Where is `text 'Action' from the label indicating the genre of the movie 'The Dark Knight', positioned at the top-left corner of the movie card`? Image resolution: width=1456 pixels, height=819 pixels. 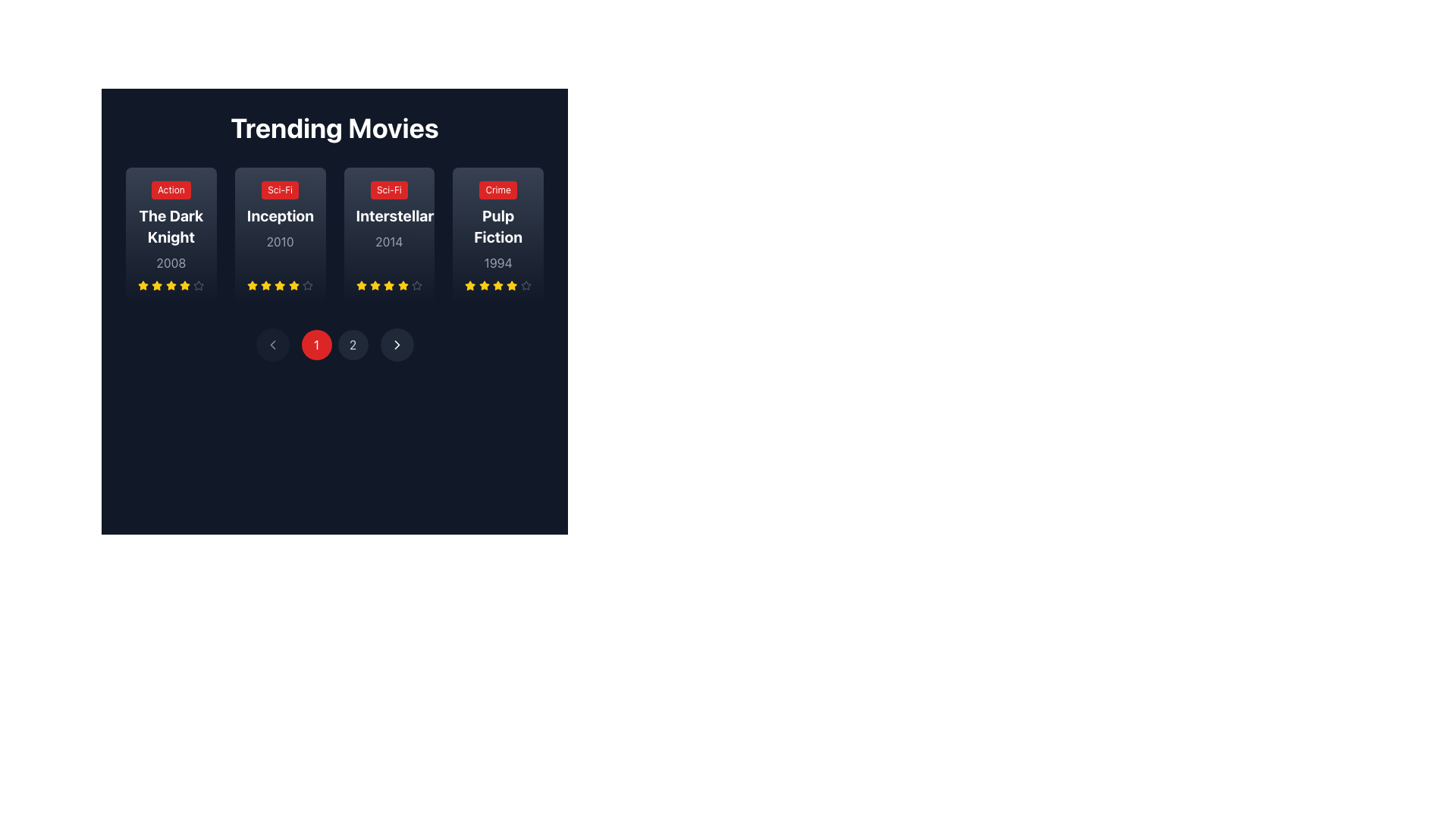 text 'Action' from the label indicating the genre of the movie 'The Dark Knight', positioned at the top-left corner of the movie card is located at coordinates (171, 189).